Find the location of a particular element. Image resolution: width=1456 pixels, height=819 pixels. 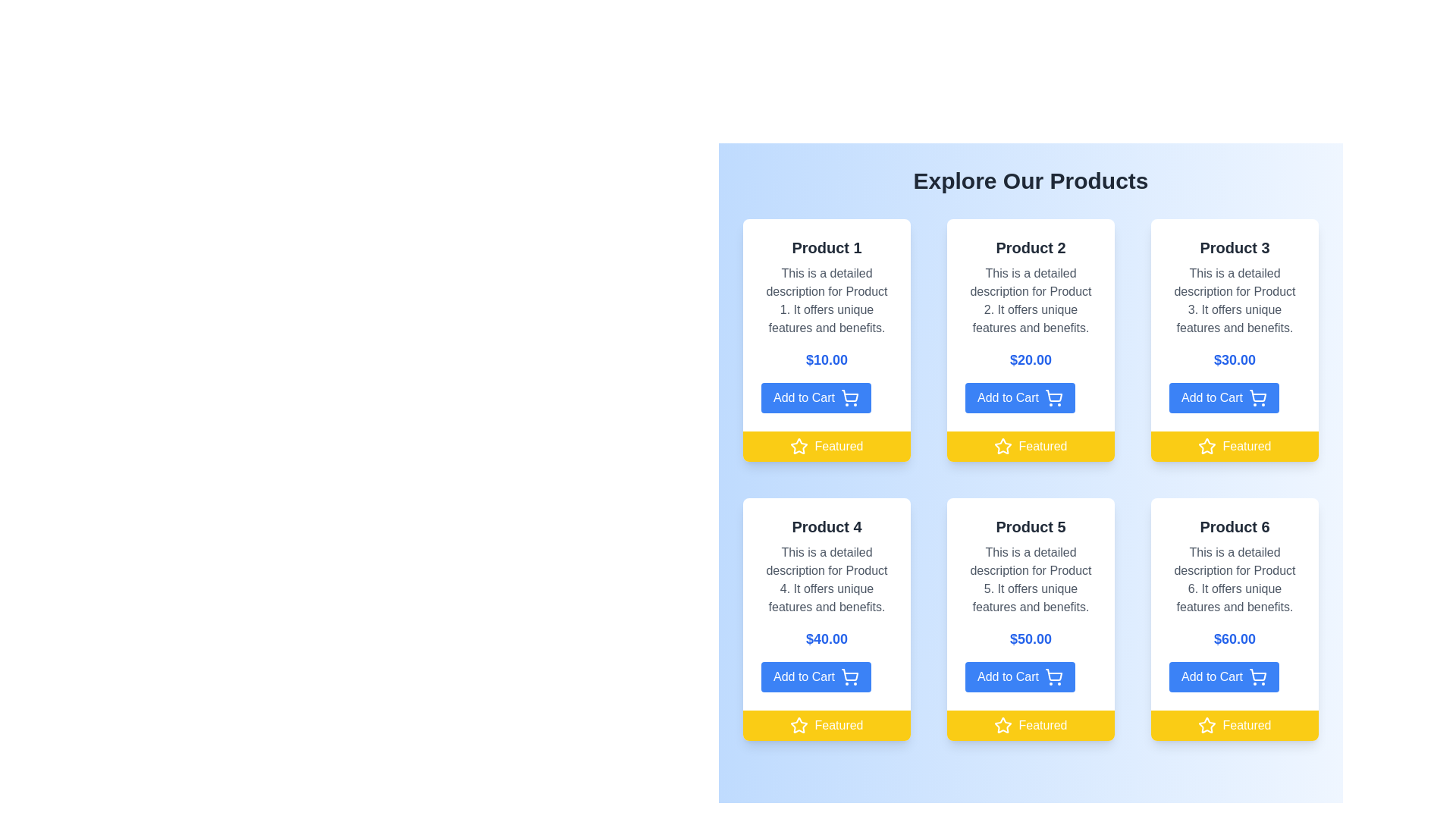

the 'Featured' label located at the bottom of the second product's card, which is positioned in the top center of the layout, following the 'Add to Cart' button is located at coordinates (1031, 446).